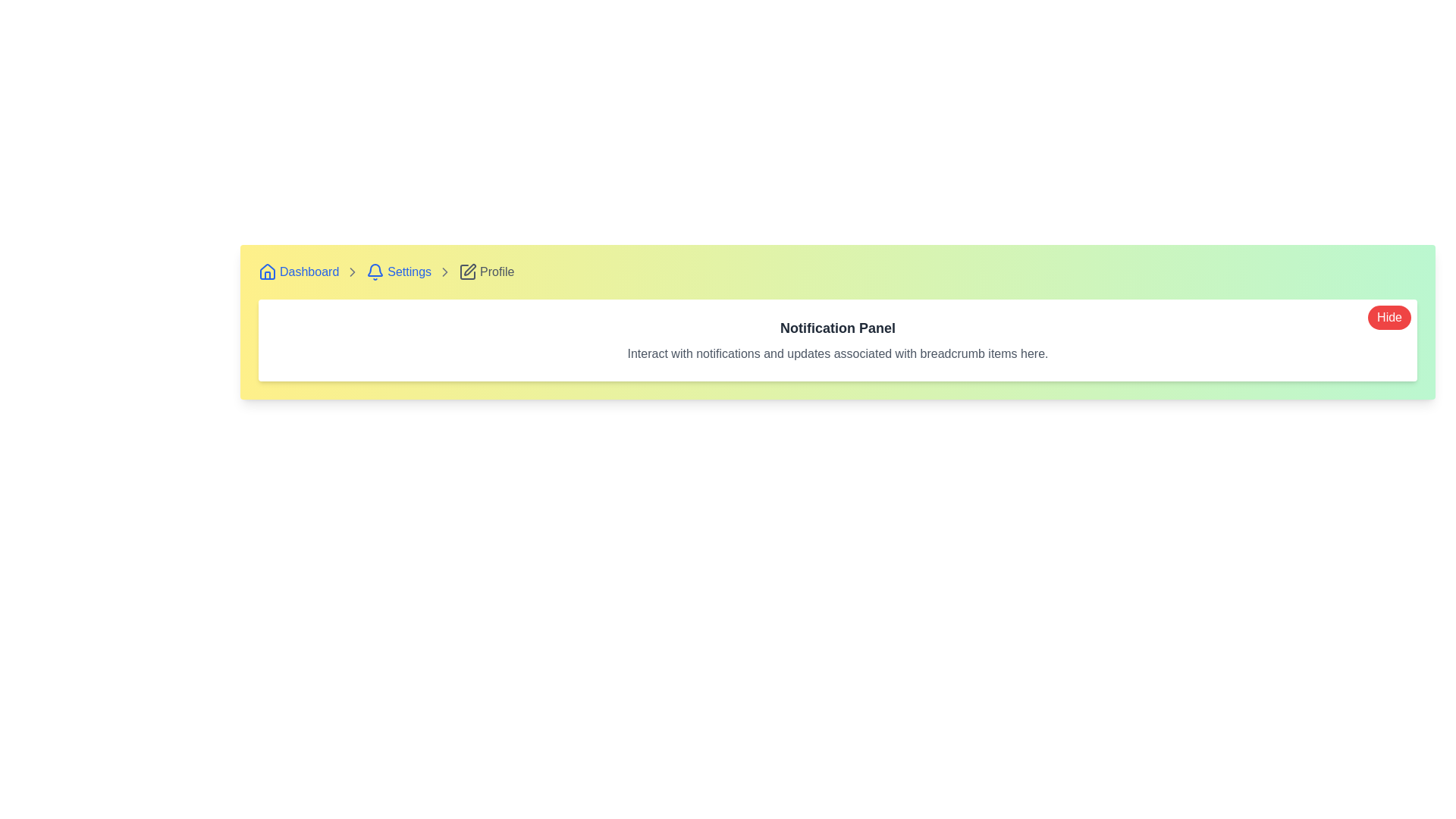  Describe the element at coordinates (444, 271) in the screenshot. I see `the right-facing chevron icon in the breadcrumb navigation bar` at that location.